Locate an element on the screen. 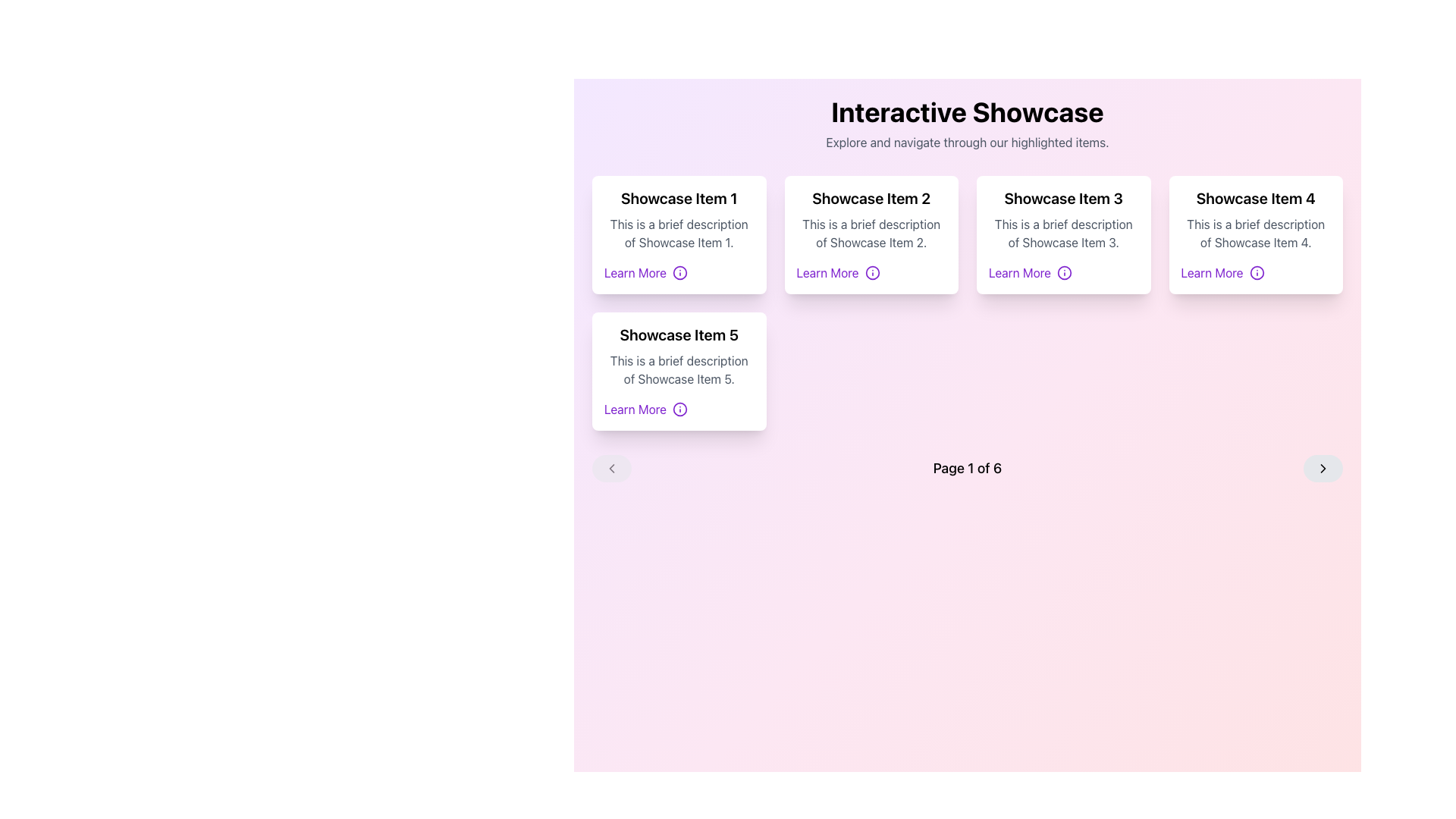  the rightward-facing chevron icon within the rounded rectangular button is located at coordinates (1322, 467).